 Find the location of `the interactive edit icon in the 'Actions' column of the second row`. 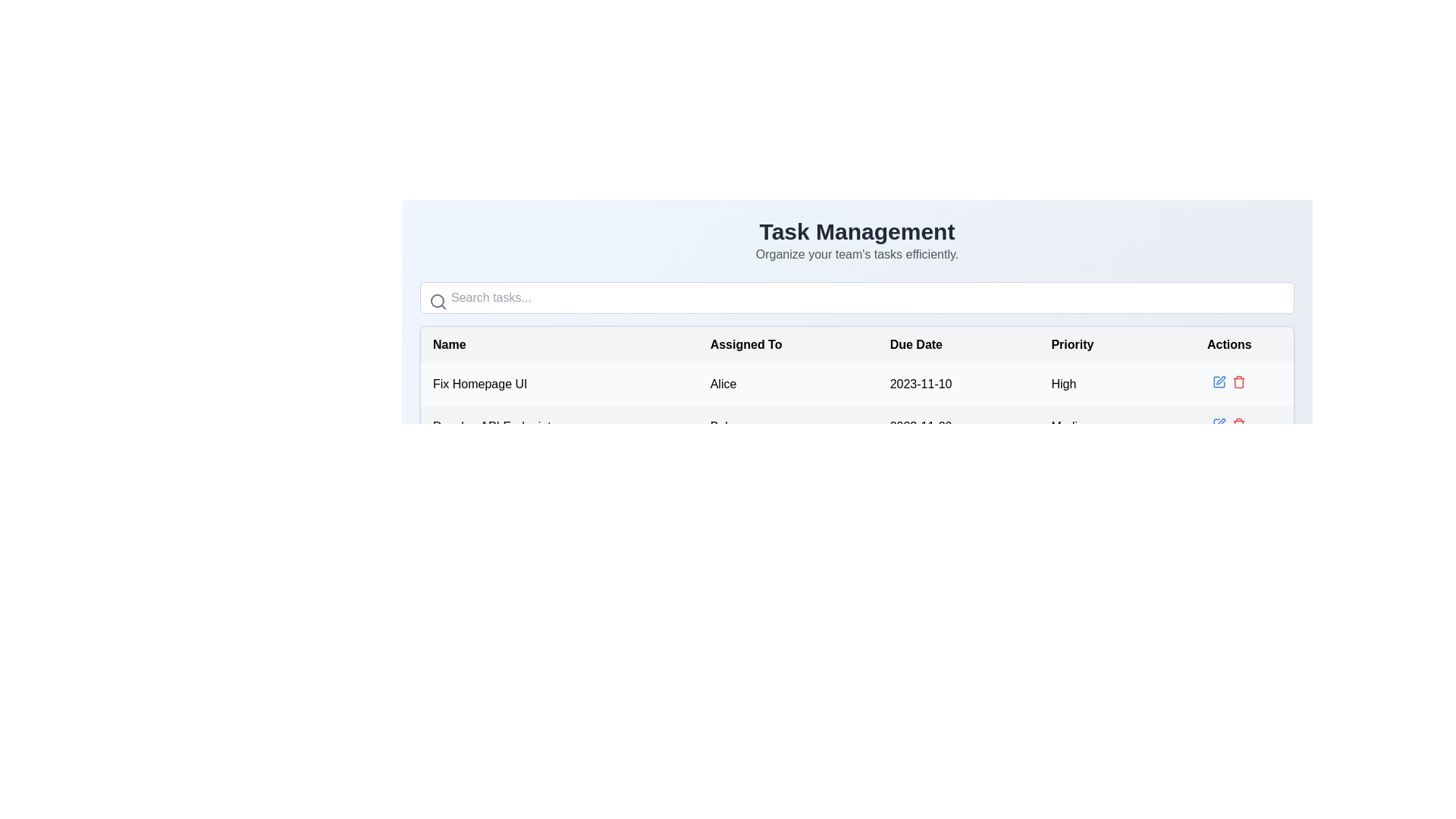

the interactive edit icon in the 'Actions' column of the second row is located at coordinates (1219, 424).